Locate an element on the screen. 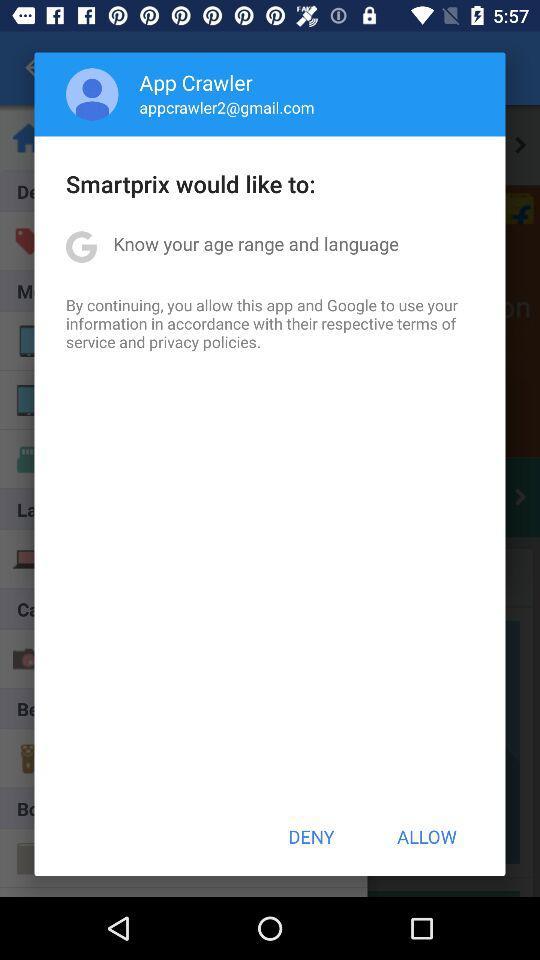 The height and width of the screenshot is (960, 540). the item to the left of app crawler is located at coordinates (91, 94).